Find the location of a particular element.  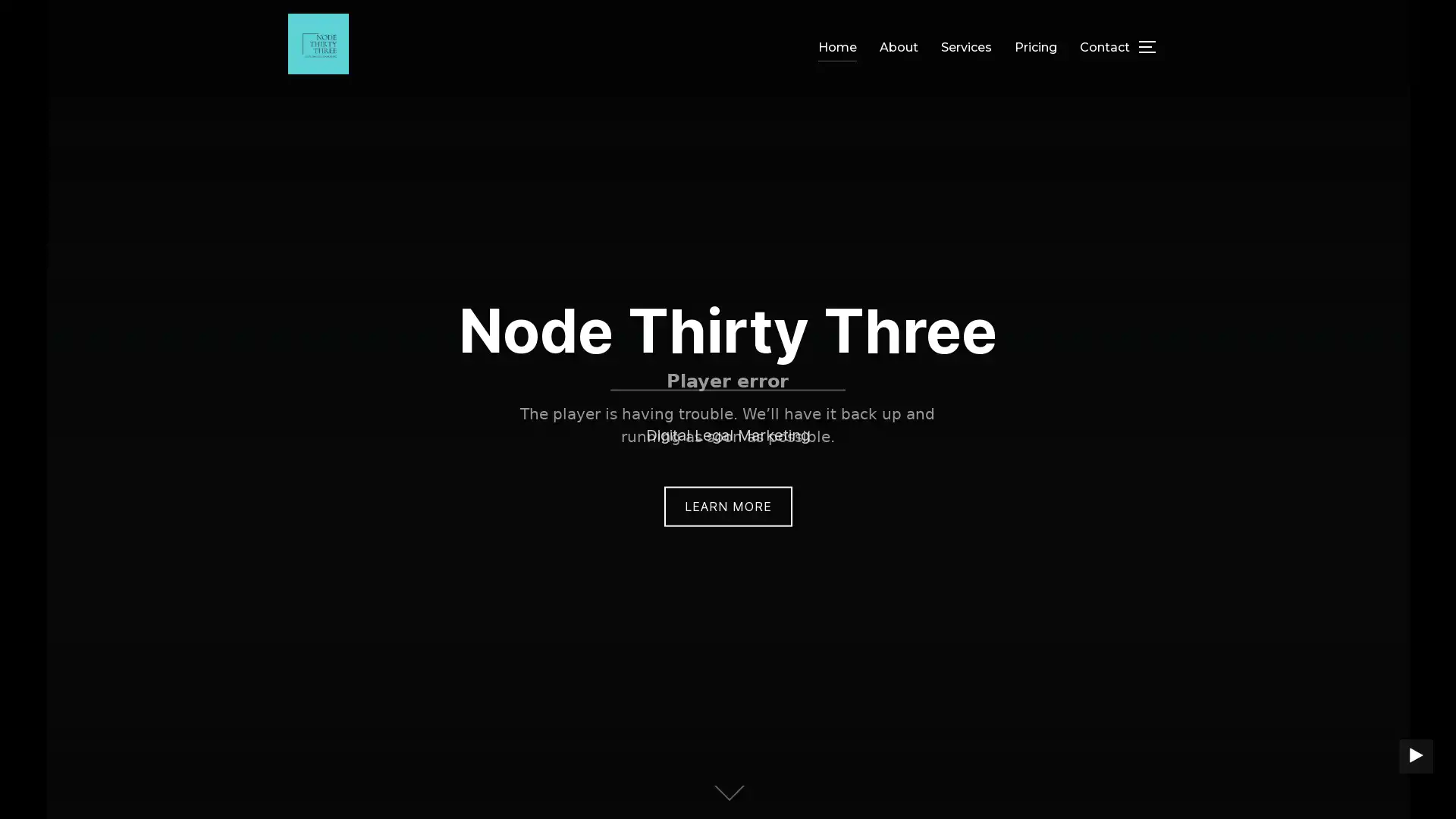

TOGGLE SIDEBAR & NAVIGATION is located at coordinates (1153, 45).